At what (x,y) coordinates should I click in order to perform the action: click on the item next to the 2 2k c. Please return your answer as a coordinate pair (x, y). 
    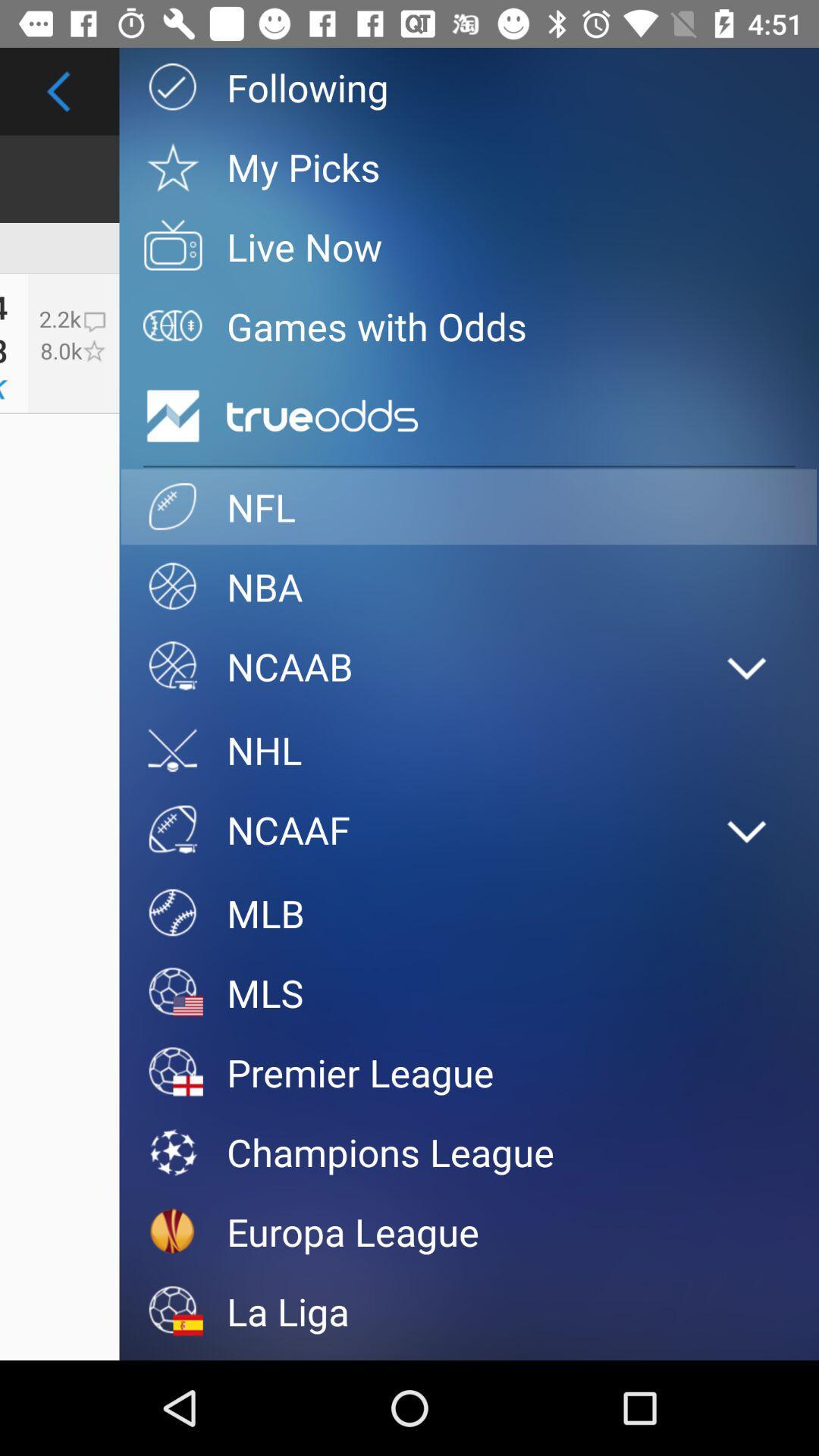
    Looking at the image, I should click on (172, 416).